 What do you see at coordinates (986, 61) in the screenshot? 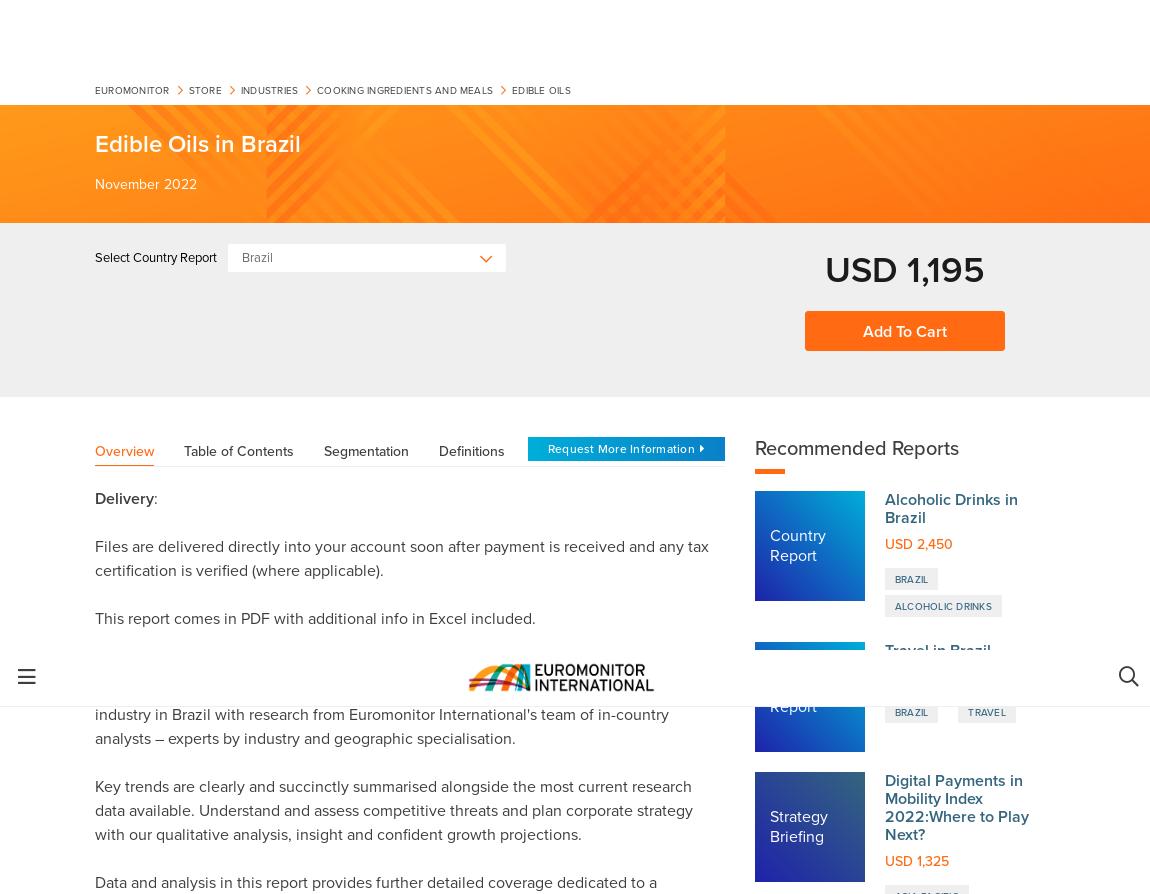
I see `'Travel'` at bounding box center [986, 61].